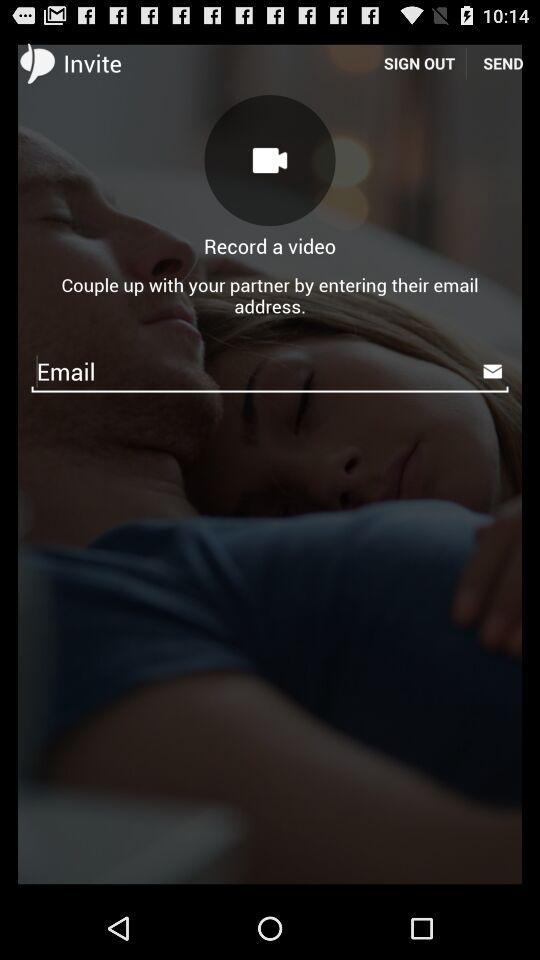  What do you see at coordinates (418, 62) in the screenshot?
I see `item next to send` at bounding box center [418, 62].